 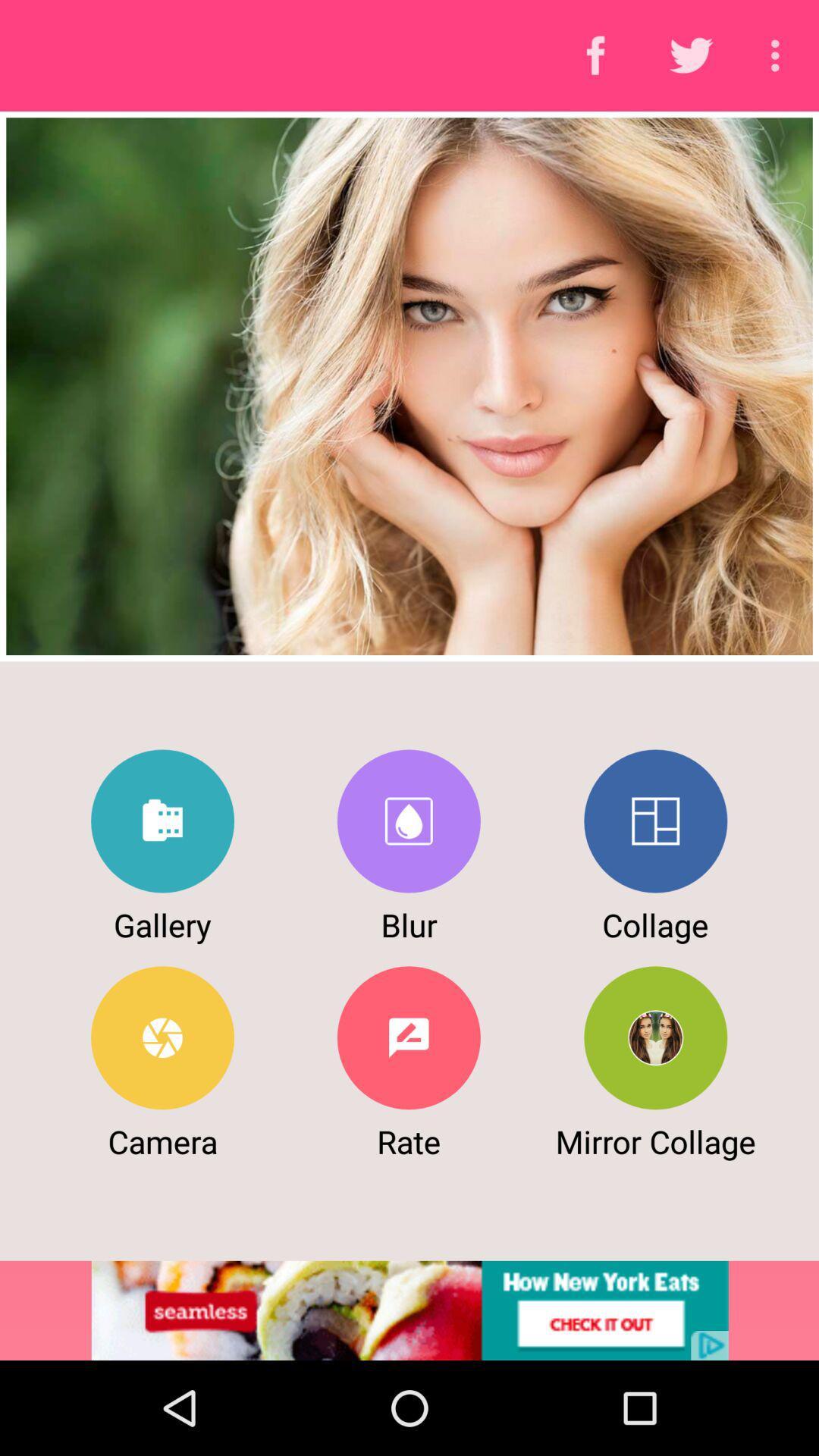 I want to click on gallery, so click(x=162, y=821).